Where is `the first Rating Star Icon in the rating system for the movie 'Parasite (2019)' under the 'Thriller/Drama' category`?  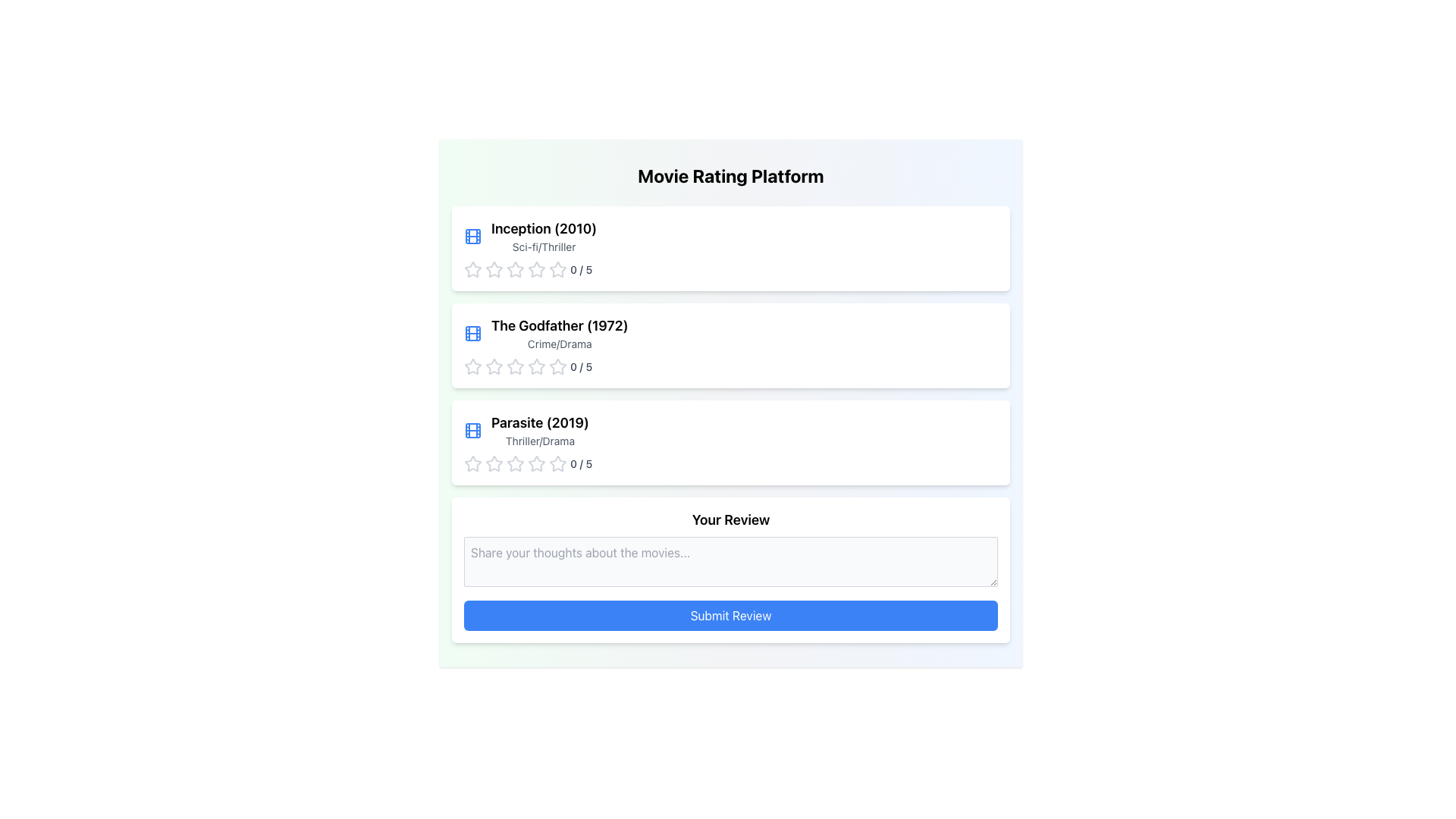 the first Rating Star Icon in the rating system for the movie 'Parasite (2019)' under the 'Thriller/Drama' category is located at coordinates (494, 463).